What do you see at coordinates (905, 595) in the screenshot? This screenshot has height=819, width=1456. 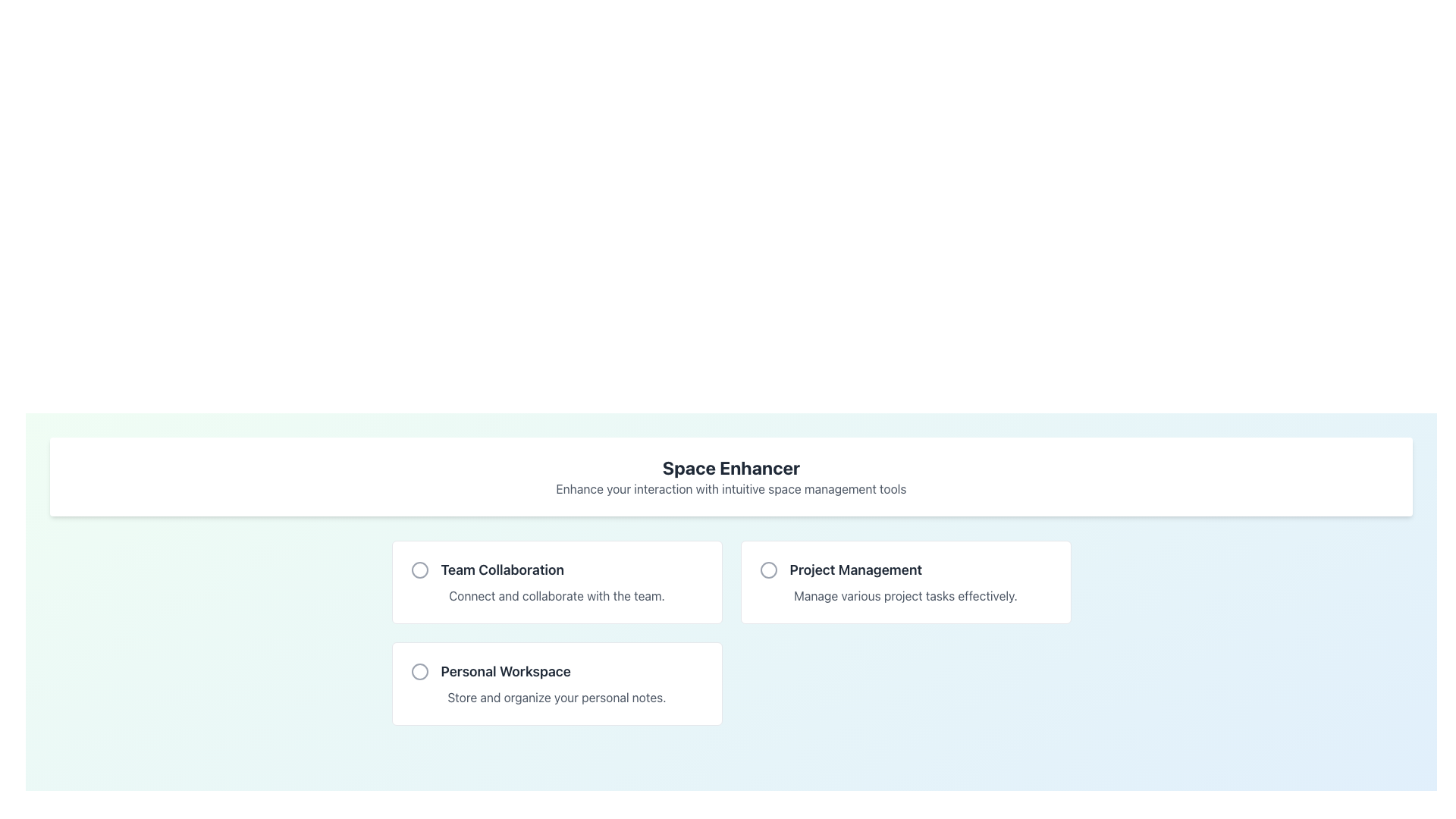 I see `text label that states 'Manage various project tasks effectively.' located beneath the title 'Project Management' within the selection card` at bounding box center [905, 595].